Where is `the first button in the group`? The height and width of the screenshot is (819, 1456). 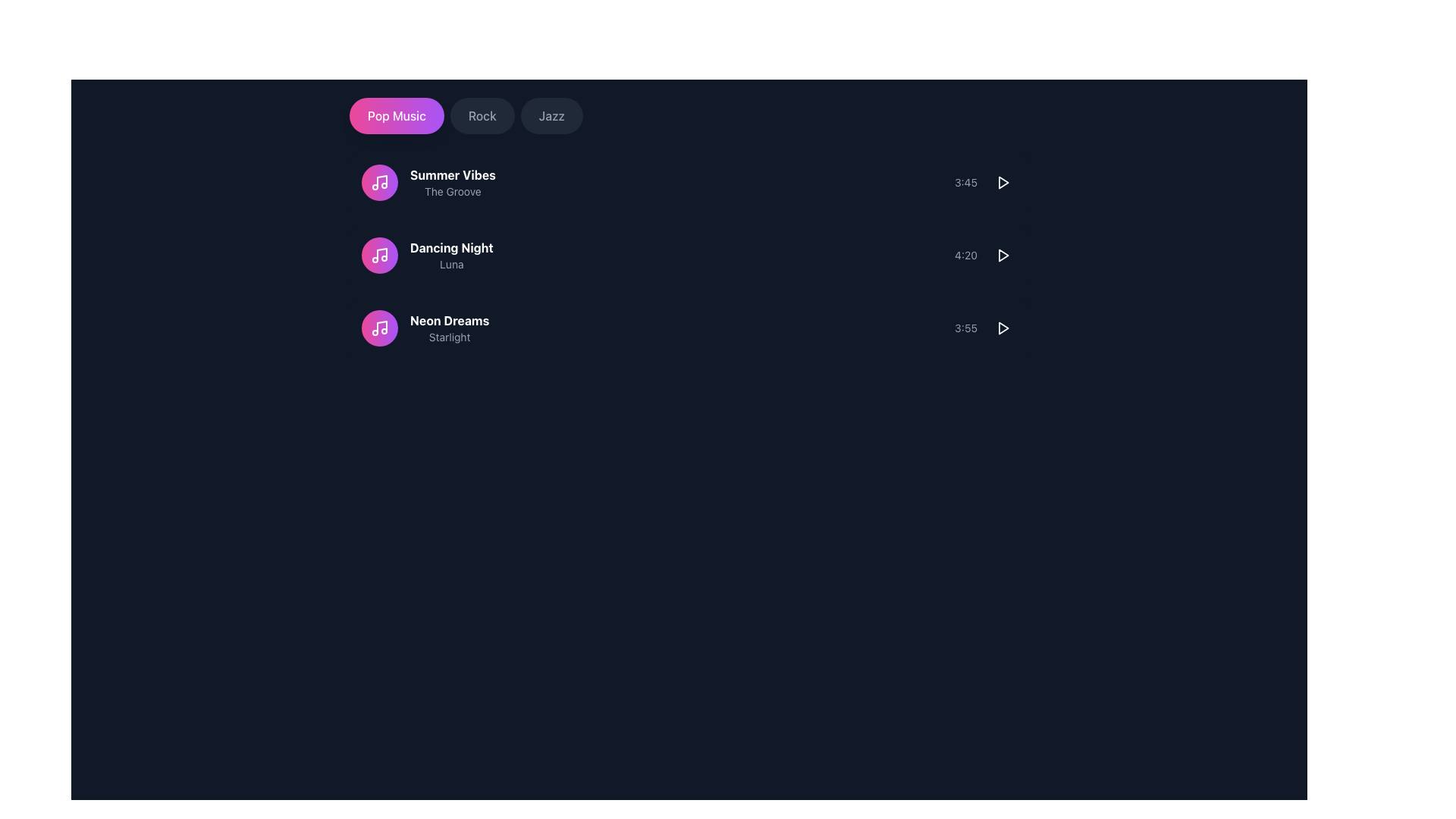
the first button in the group is located at coordinates (397, 115).